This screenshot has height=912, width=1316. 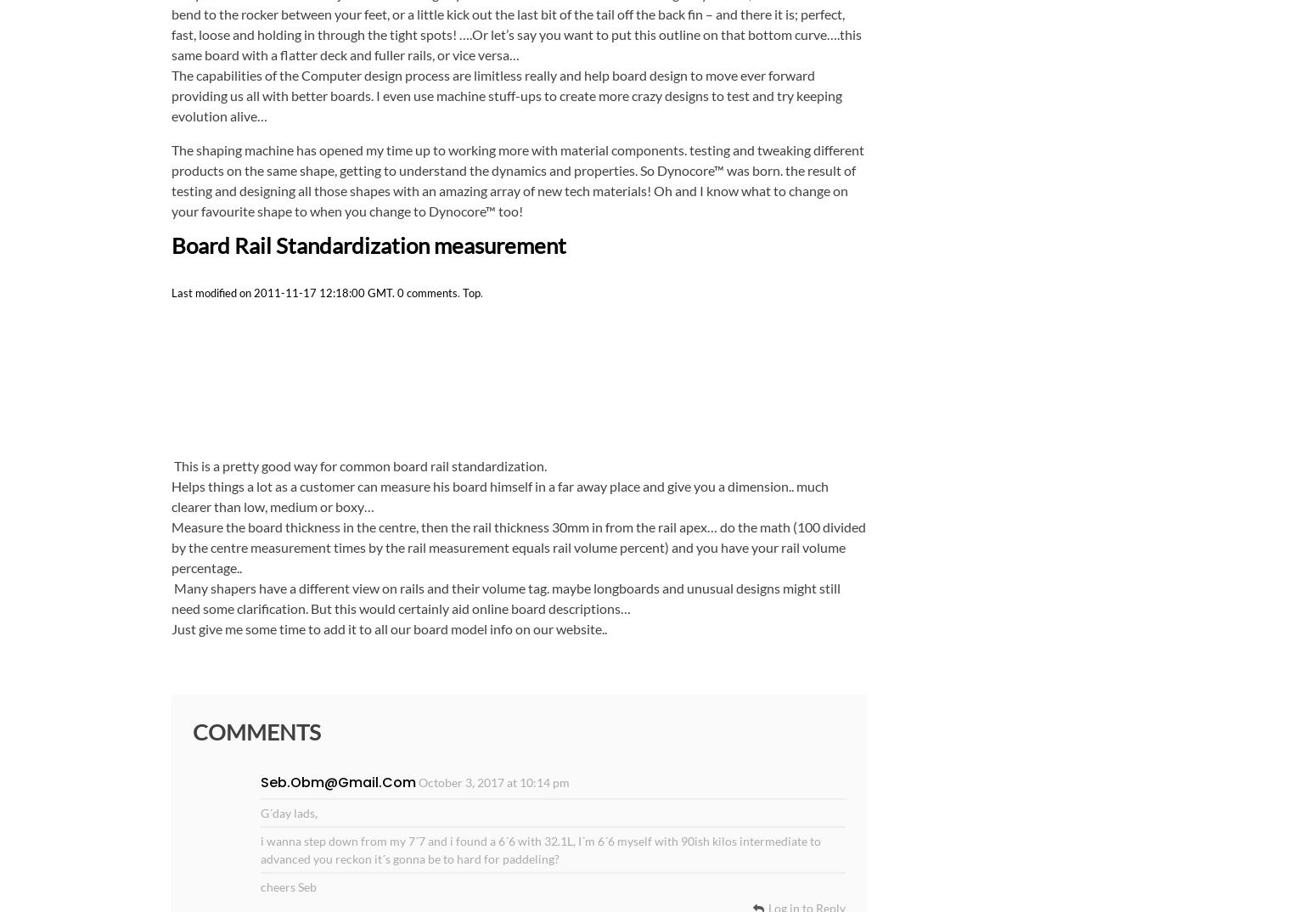 I want to click on 'Measure the board thickness in the centre, then the rail thickness 30mm in from the rail apex… do the math (100 divided by the centre measurement times by the rail measurement equals rail volume percent) and you have your rail volume percentage..', so click(x=517, y=546).